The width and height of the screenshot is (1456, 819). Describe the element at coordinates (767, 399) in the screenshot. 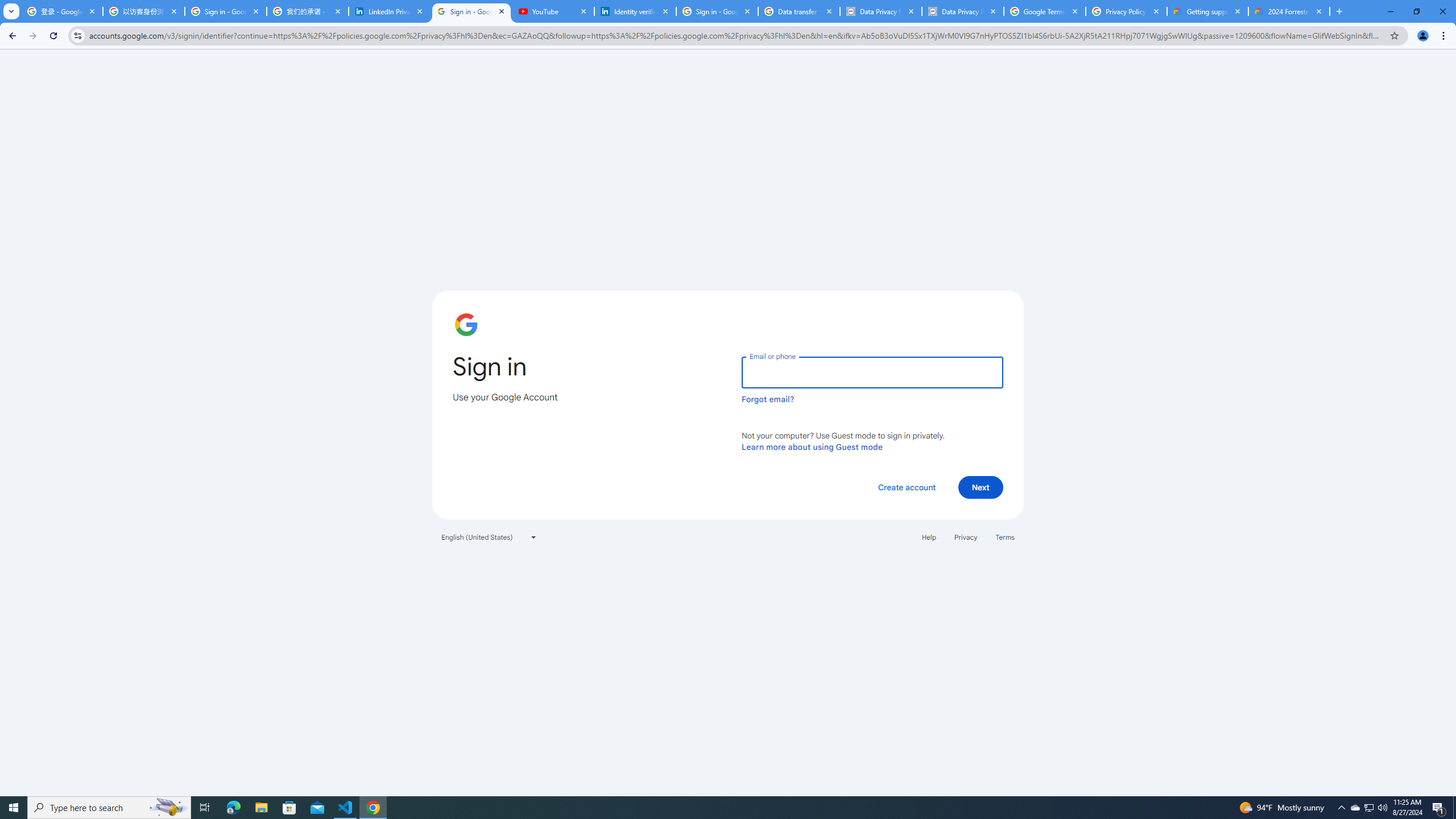

I see `'Forgot email?'` at that location.